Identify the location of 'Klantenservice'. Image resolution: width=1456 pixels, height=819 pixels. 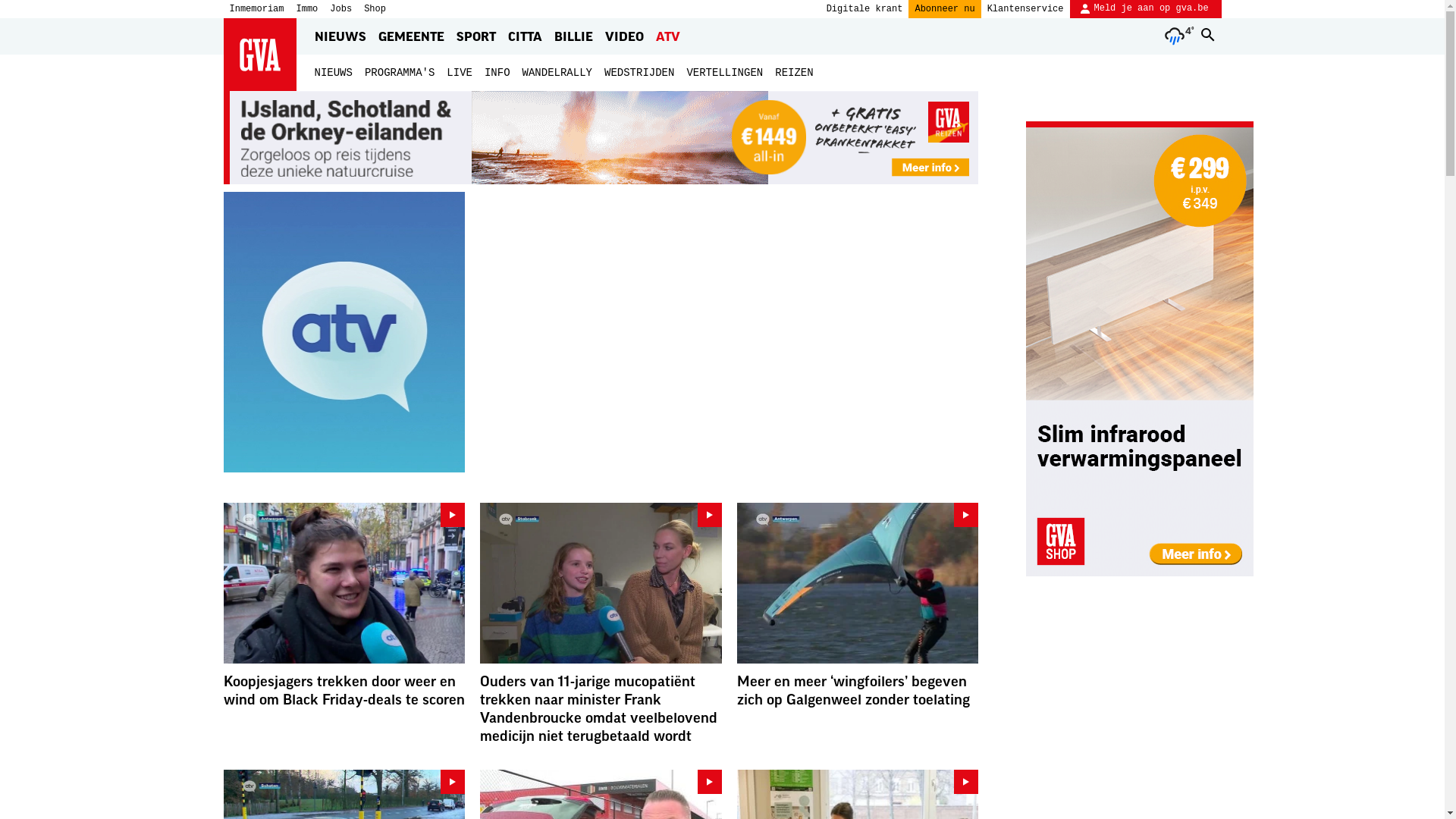
(1025, 8).